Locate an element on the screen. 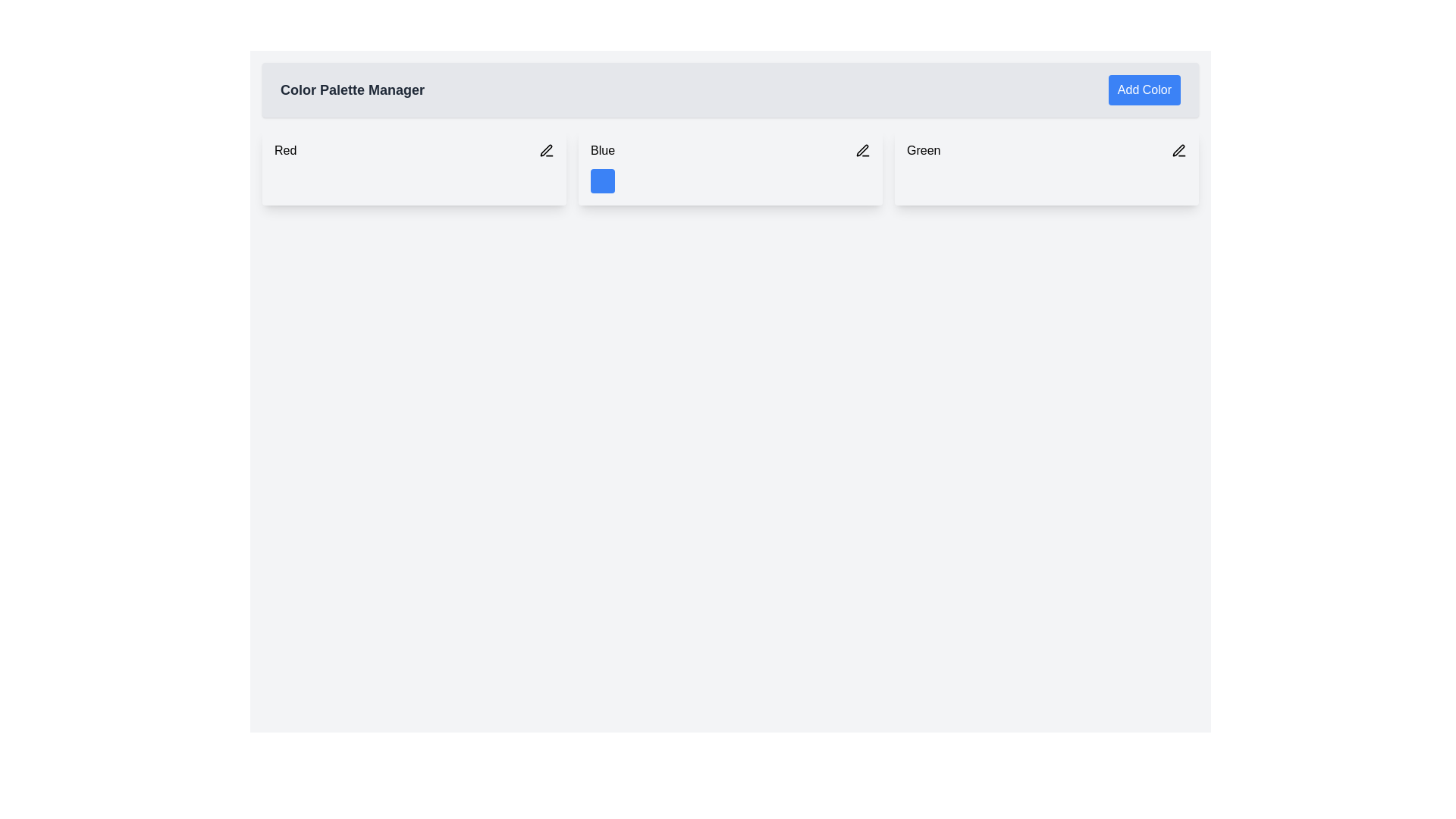 Image resolution: width=1456 pixels, height=819 pixels. the third blue color block square is located at coordinates (663, 180).